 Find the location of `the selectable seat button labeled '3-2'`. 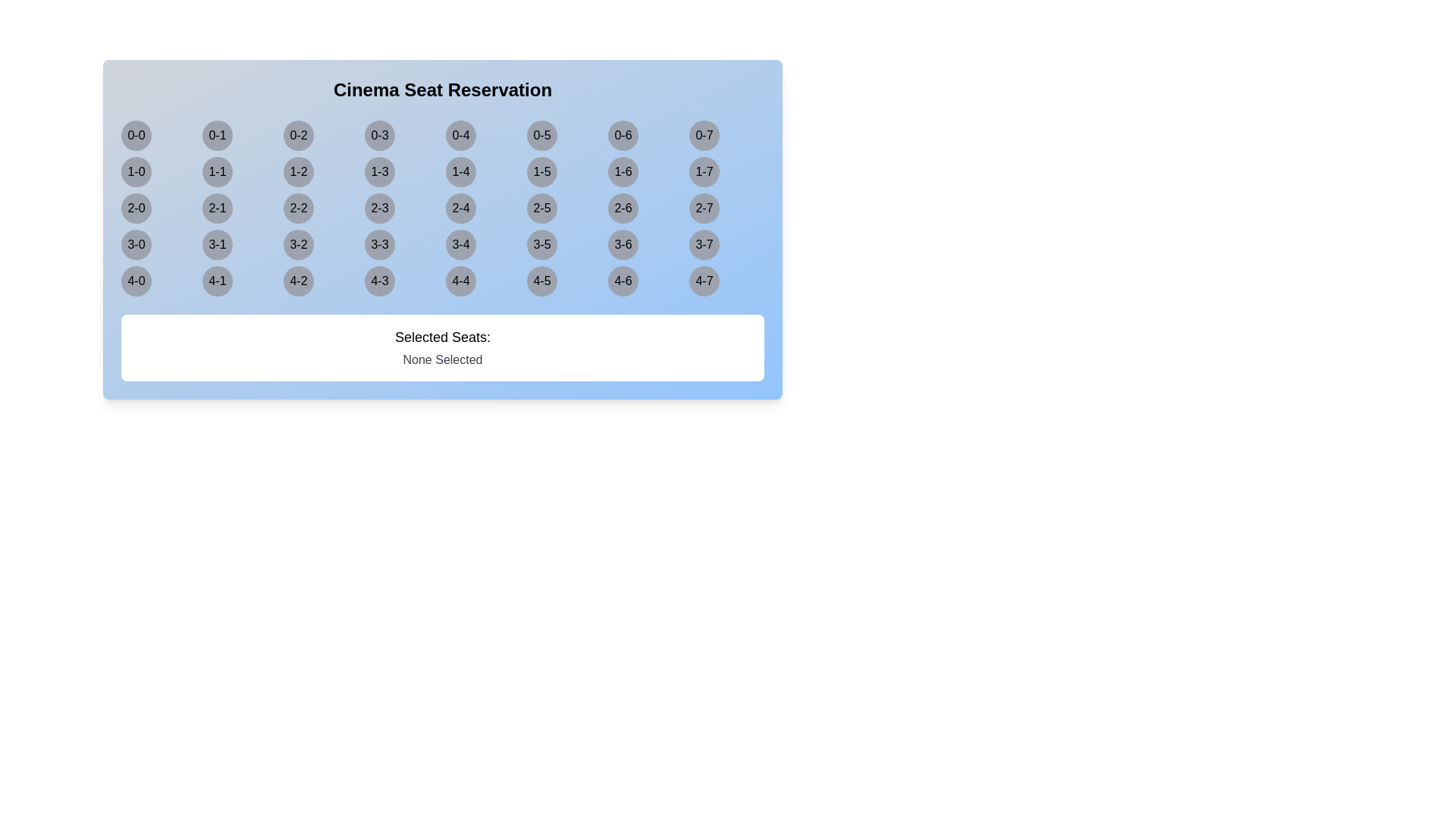

the selectable seat button labeled '3-2' is located at coordinates (298, 244).